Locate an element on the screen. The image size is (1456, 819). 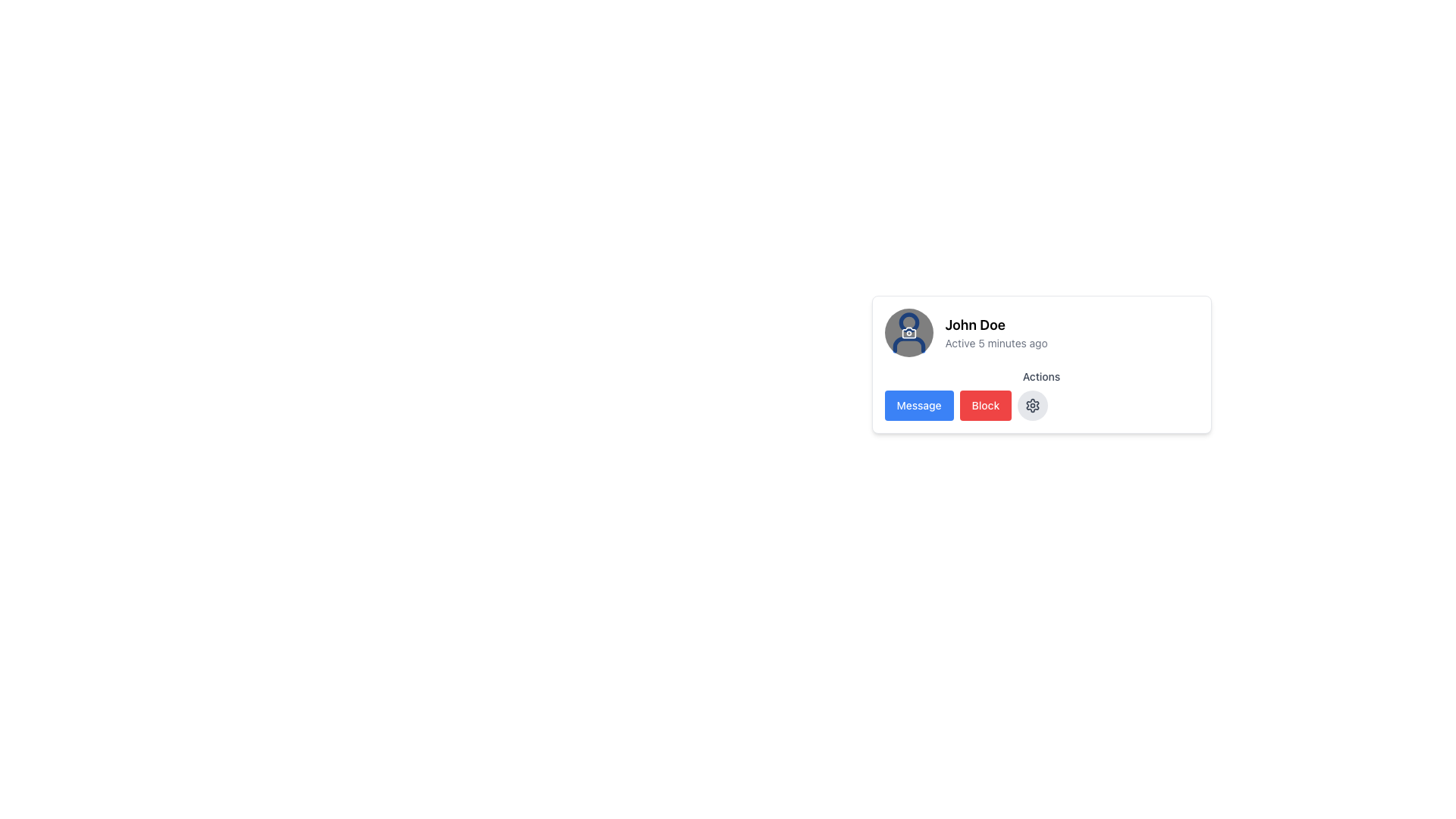
the Text Label that provides a descriptive title for the action buttons below it, located in the user profile card above the 'Message' and 'Block' buttons is located at coordinates (1040, 376).